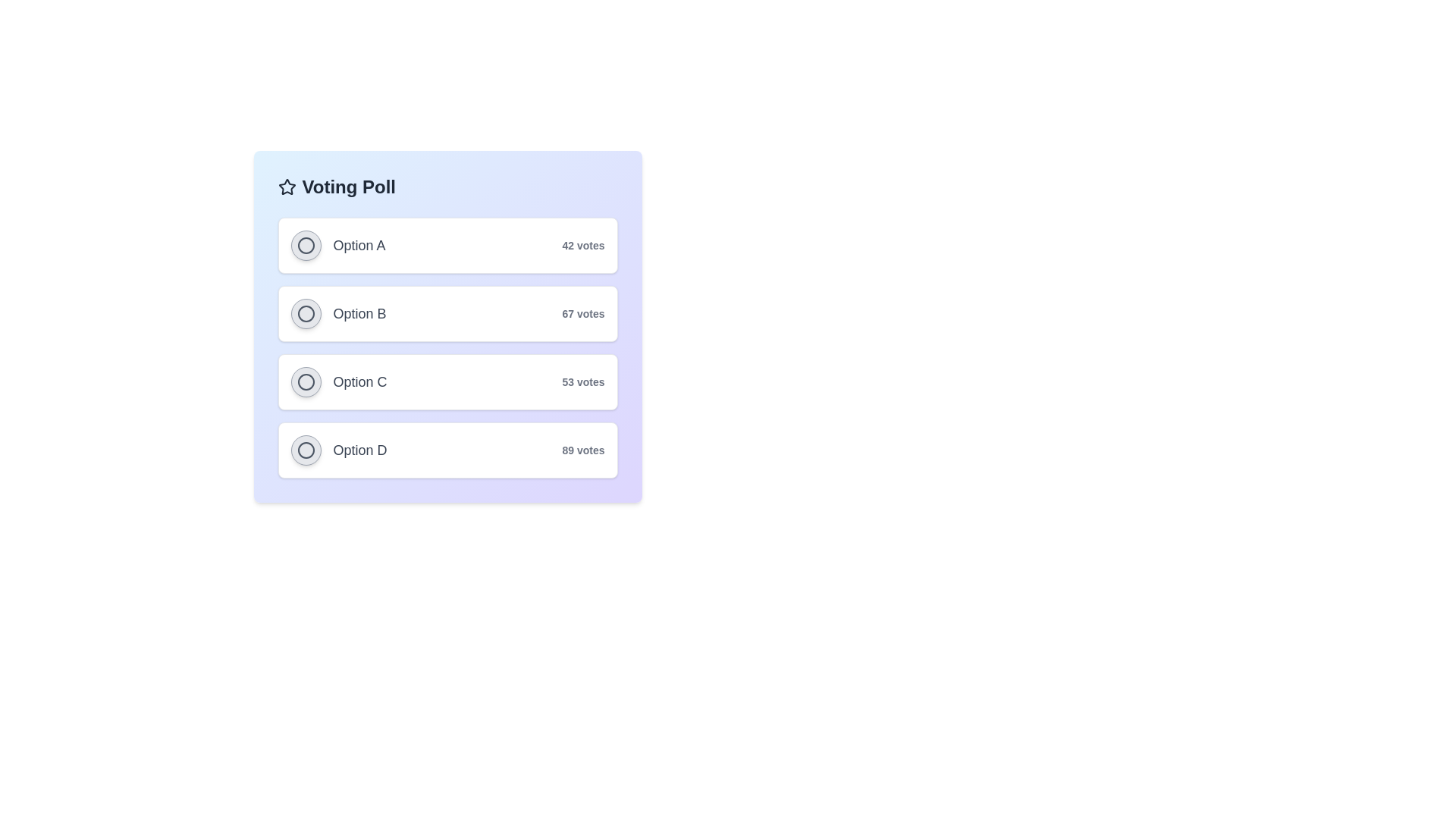  What do you see at coordinates (287, 186) in the screenshot?
I see `the decorative icon located to the left of the 'Voting Poll' title, which serves` at bounding box center [287, 186].